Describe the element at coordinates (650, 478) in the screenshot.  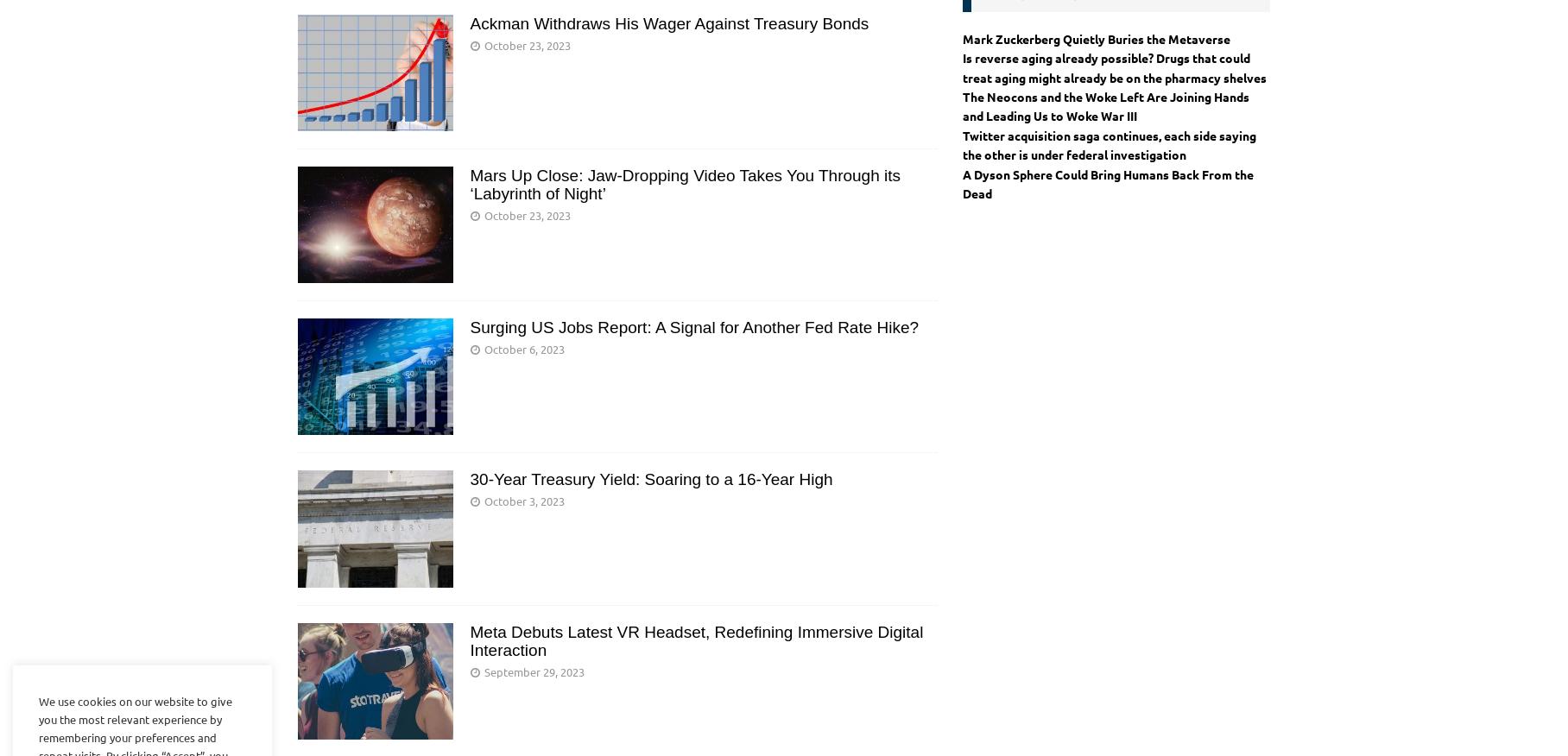
I see `'30-Year Treasury Yield: Soaring to a 16-Year High'` at that location.